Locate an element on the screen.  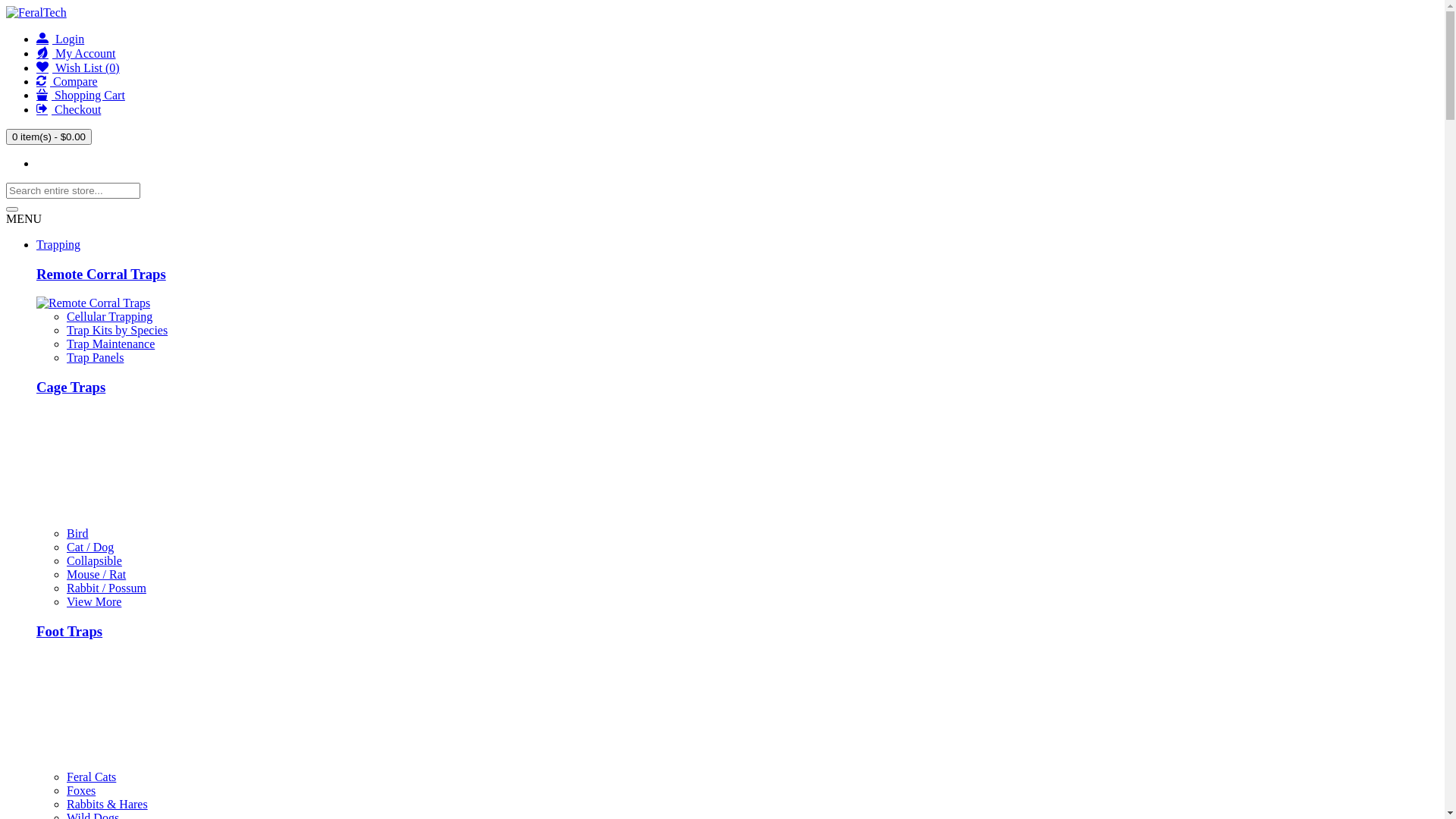
'Trap Kits by Species' is located at coordinates (116, 329).